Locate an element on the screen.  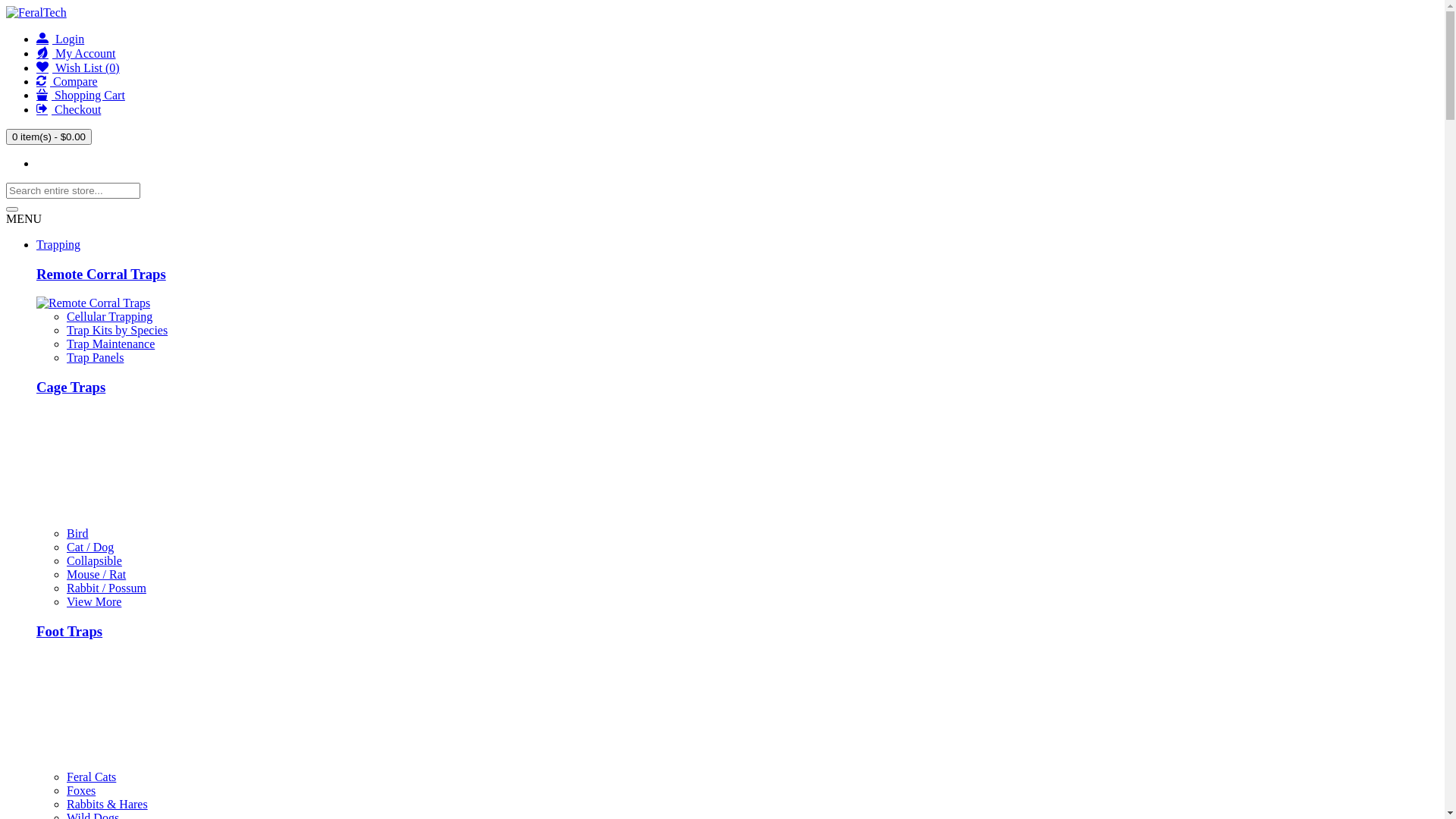
'Trap Kits by Species' is located at coordinates (116, 329).